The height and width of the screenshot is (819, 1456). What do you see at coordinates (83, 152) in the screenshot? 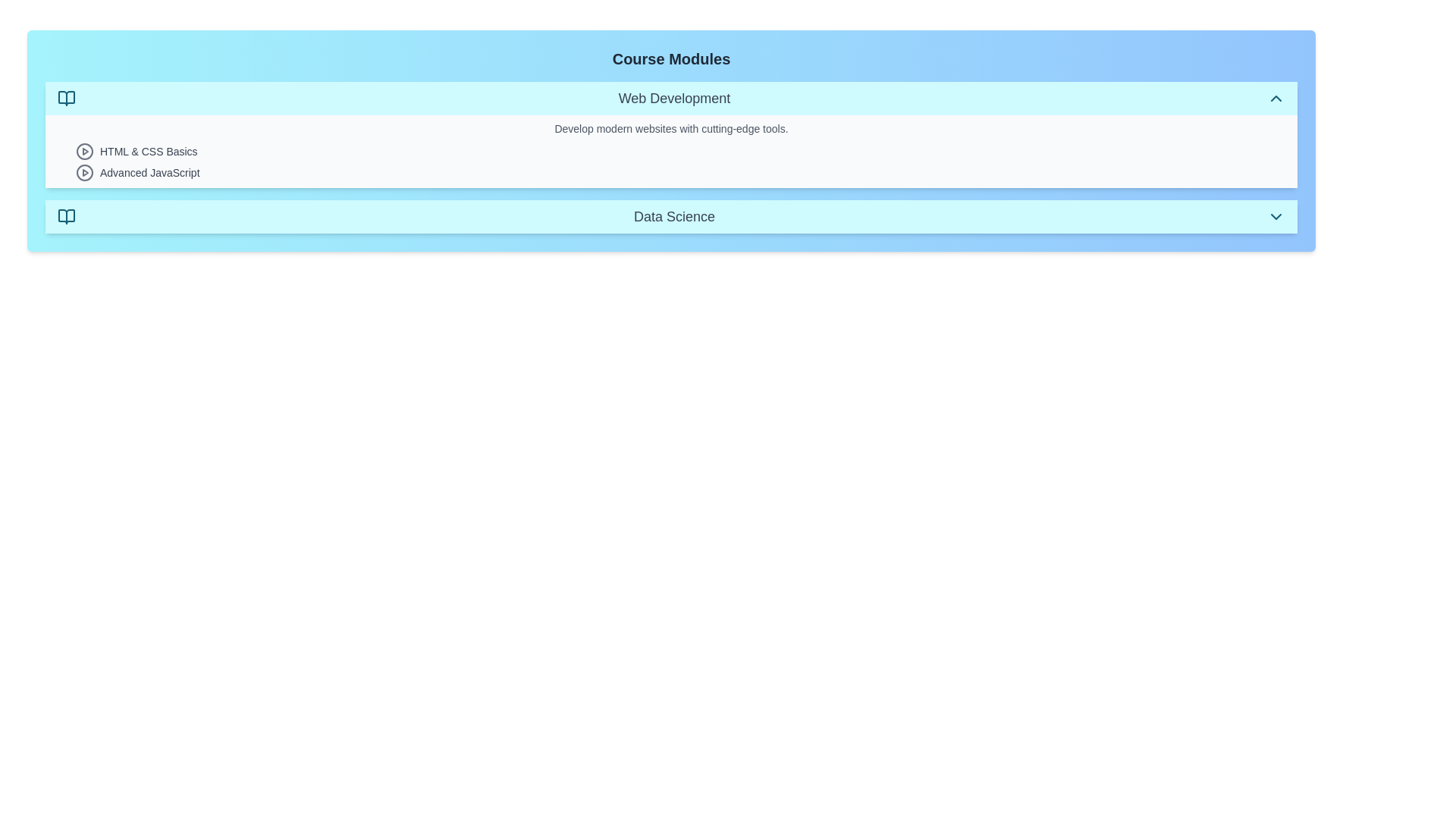
I see `the circular outline of the play button located to the left of the 'HTML & CSS Basics' text in the first module's listing` at bounding box center [83, 152].